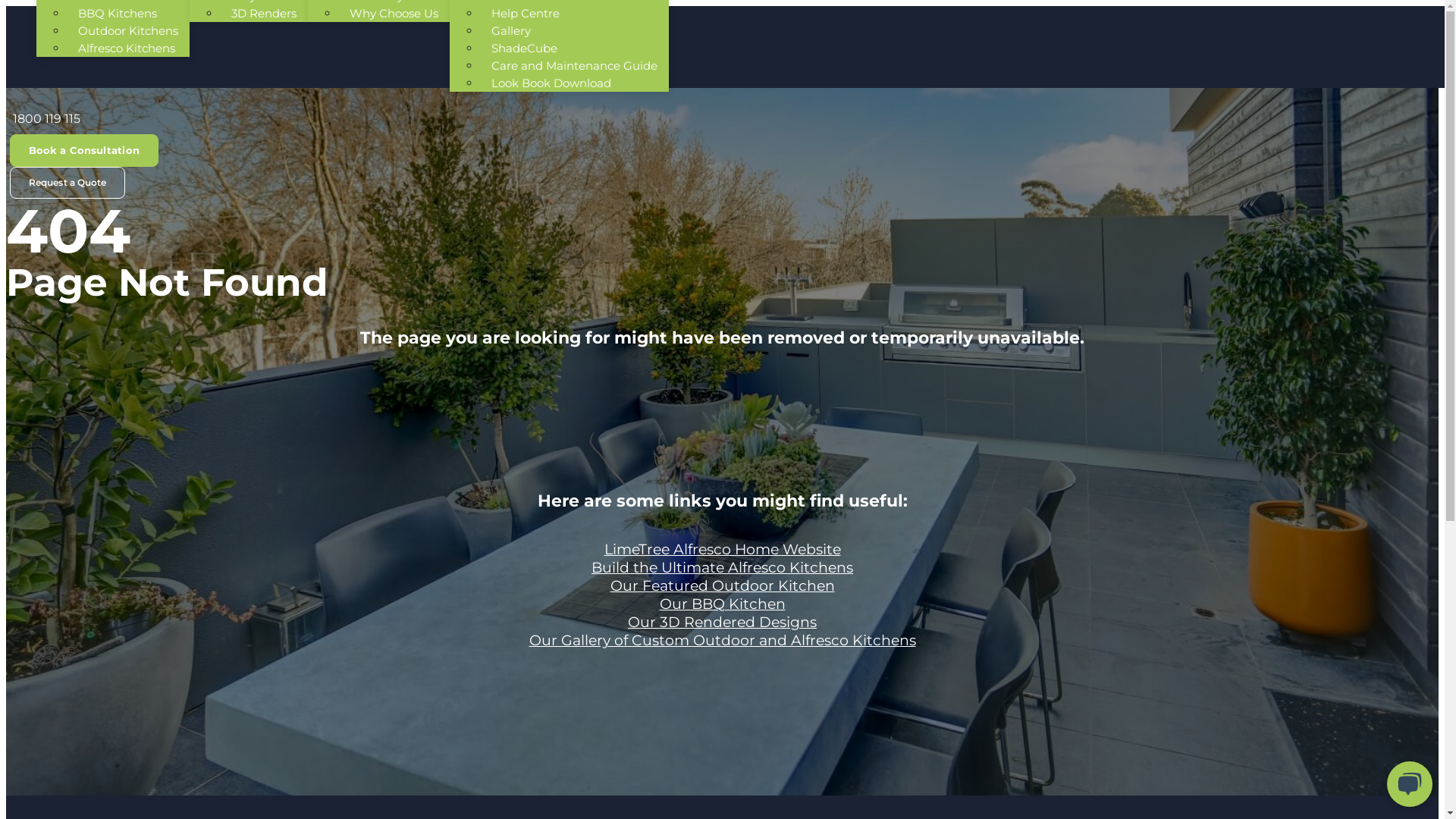 Image resolution: width=1456 pixels, height=819 pixels. Describe the element at coordinates (45, 118) in the screenshot. I see `' 1800 119 115'` at that location.